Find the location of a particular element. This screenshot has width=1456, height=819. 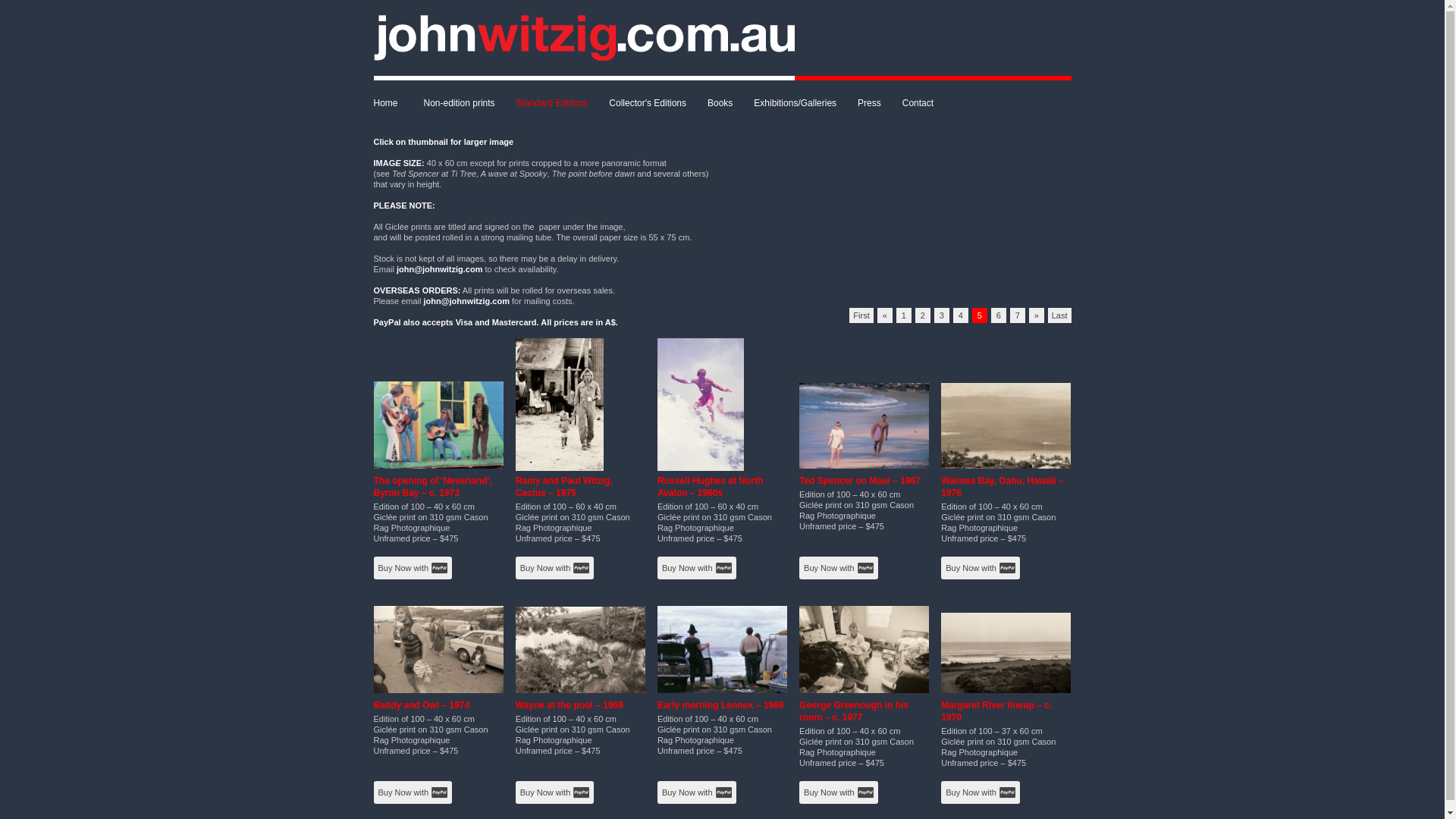

'Buy Now with' is located at coordinates (554, 567).